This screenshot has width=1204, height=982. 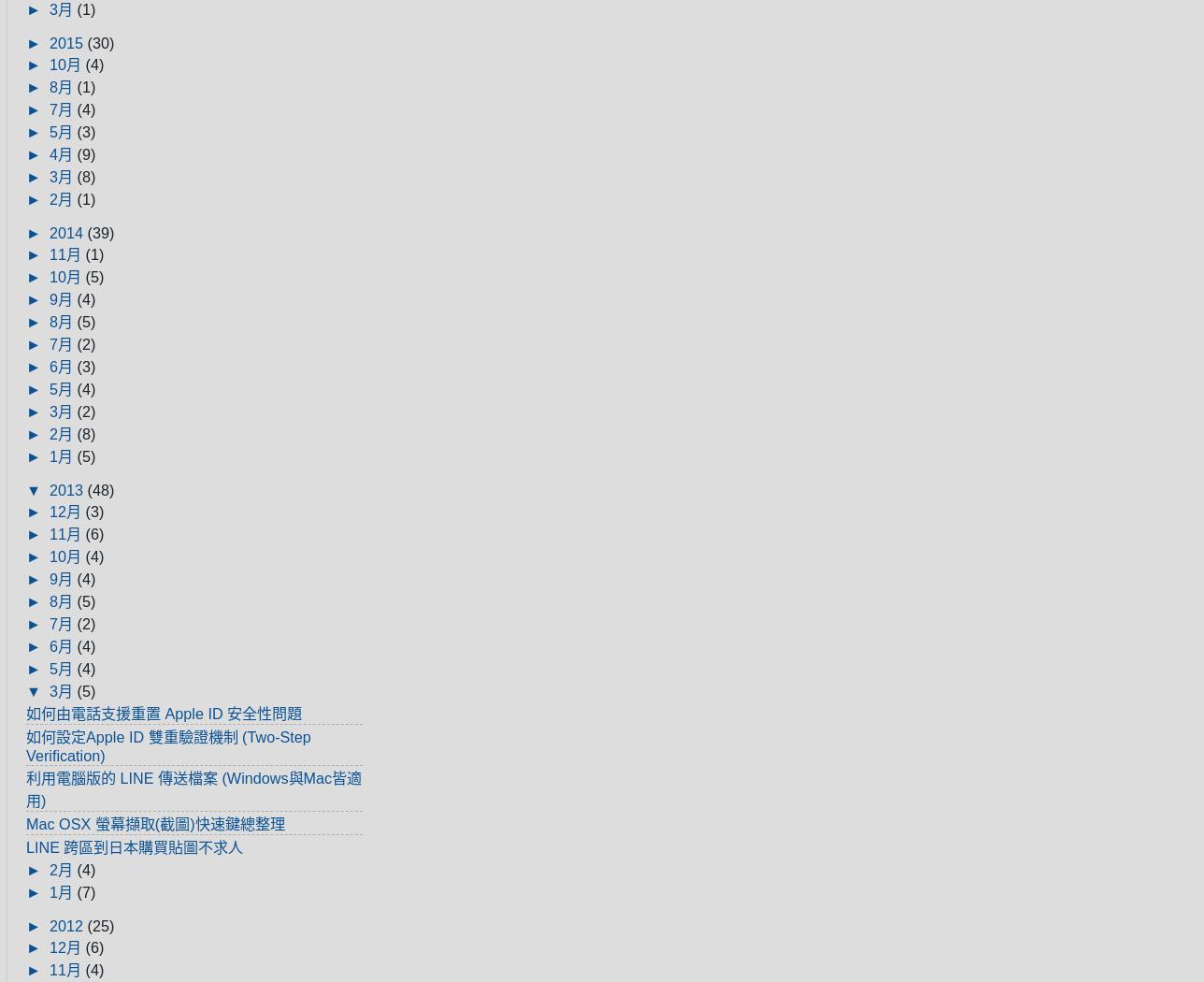 What do you see at coordinates (68, 926) in the screenshot?
I see `'2012'` at bounding box center [68, 926].